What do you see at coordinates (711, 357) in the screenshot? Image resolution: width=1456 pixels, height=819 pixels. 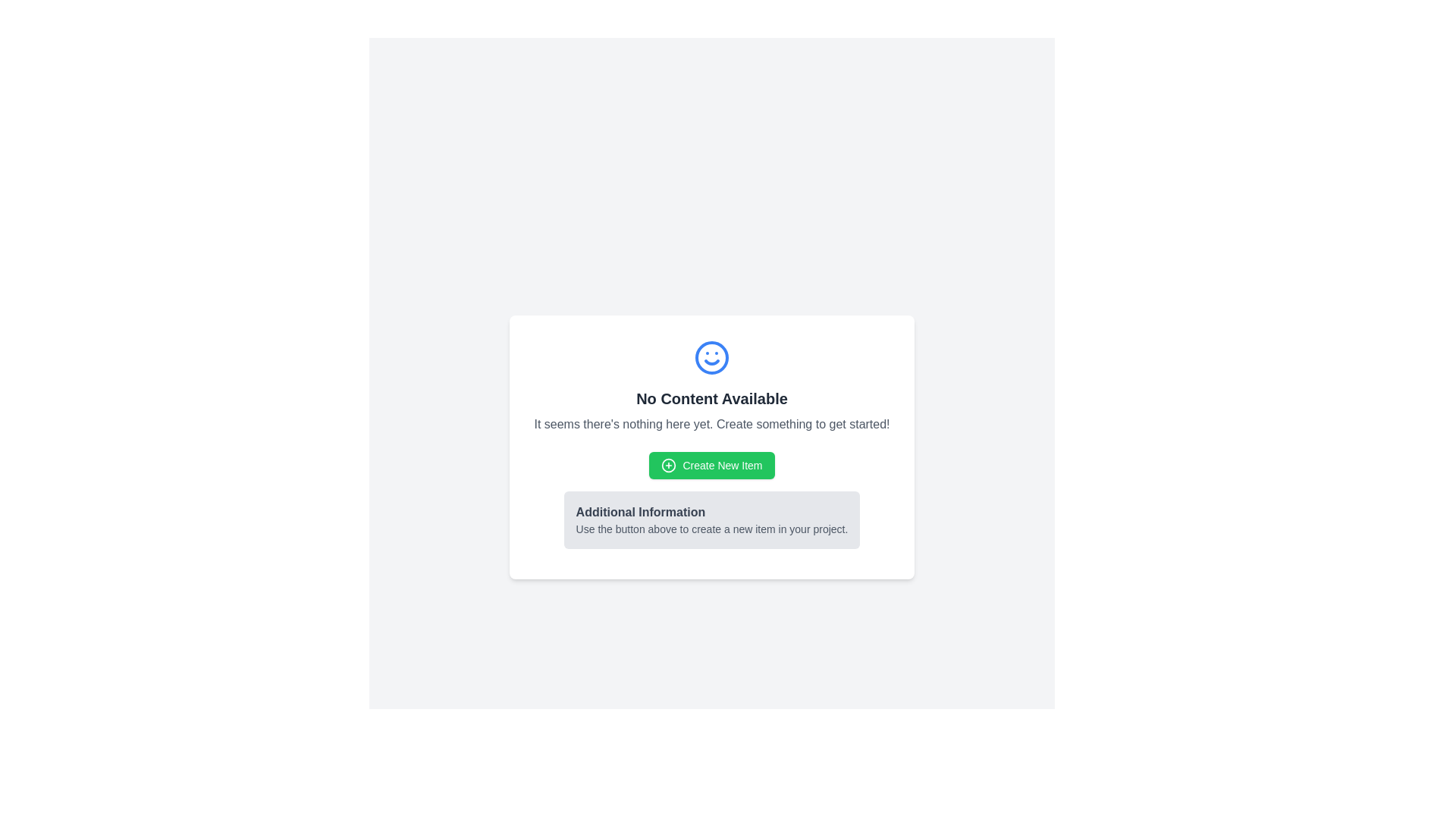 I see `the outermost circular boundary of the smiley face icon, which serves a decorative purpose within the 'No Content Available' message card` at bounding box center [711, 357].